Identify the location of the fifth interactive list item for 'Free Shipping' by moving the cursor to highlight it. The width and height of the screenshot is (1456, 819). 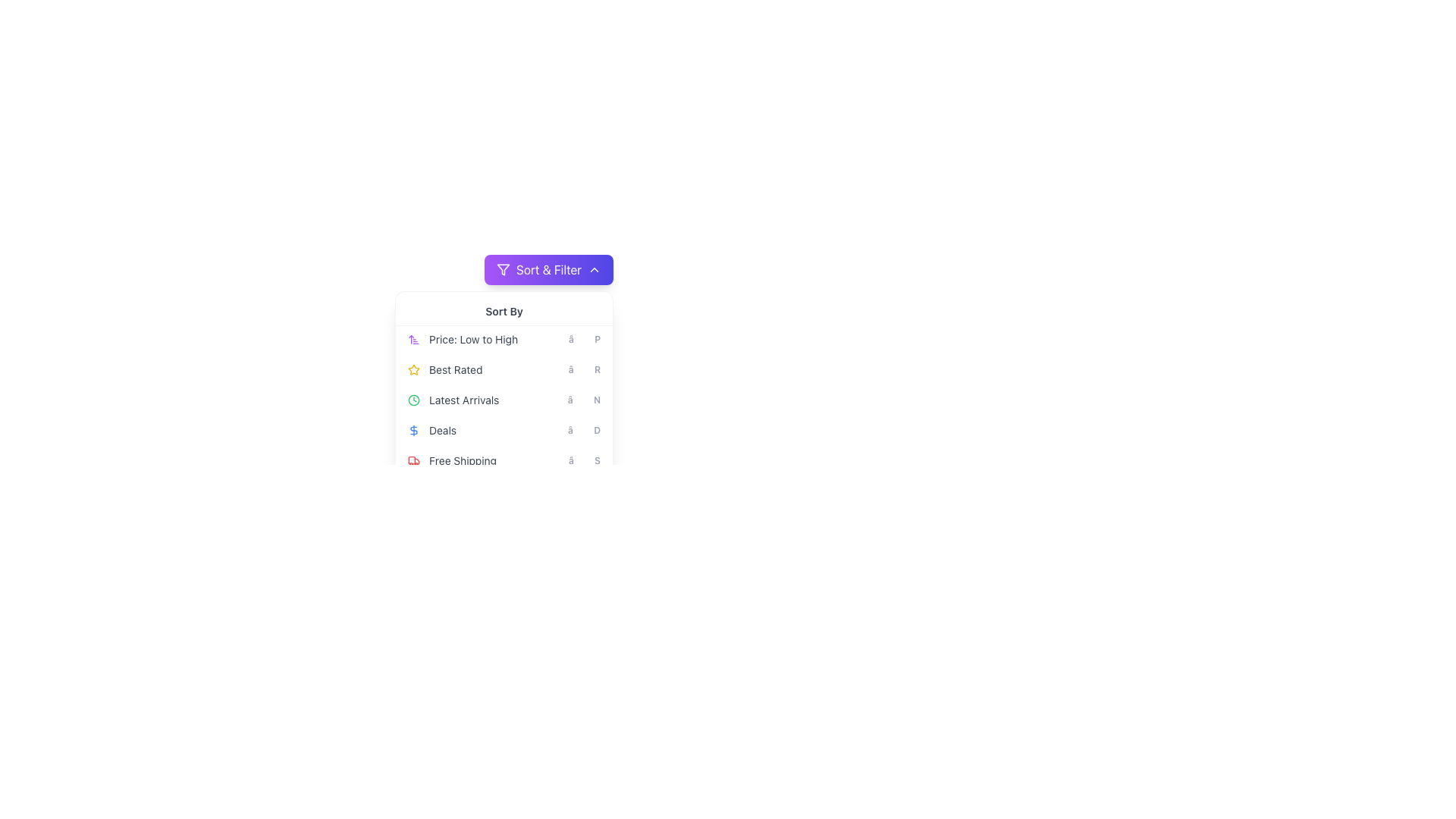
(504, 460).